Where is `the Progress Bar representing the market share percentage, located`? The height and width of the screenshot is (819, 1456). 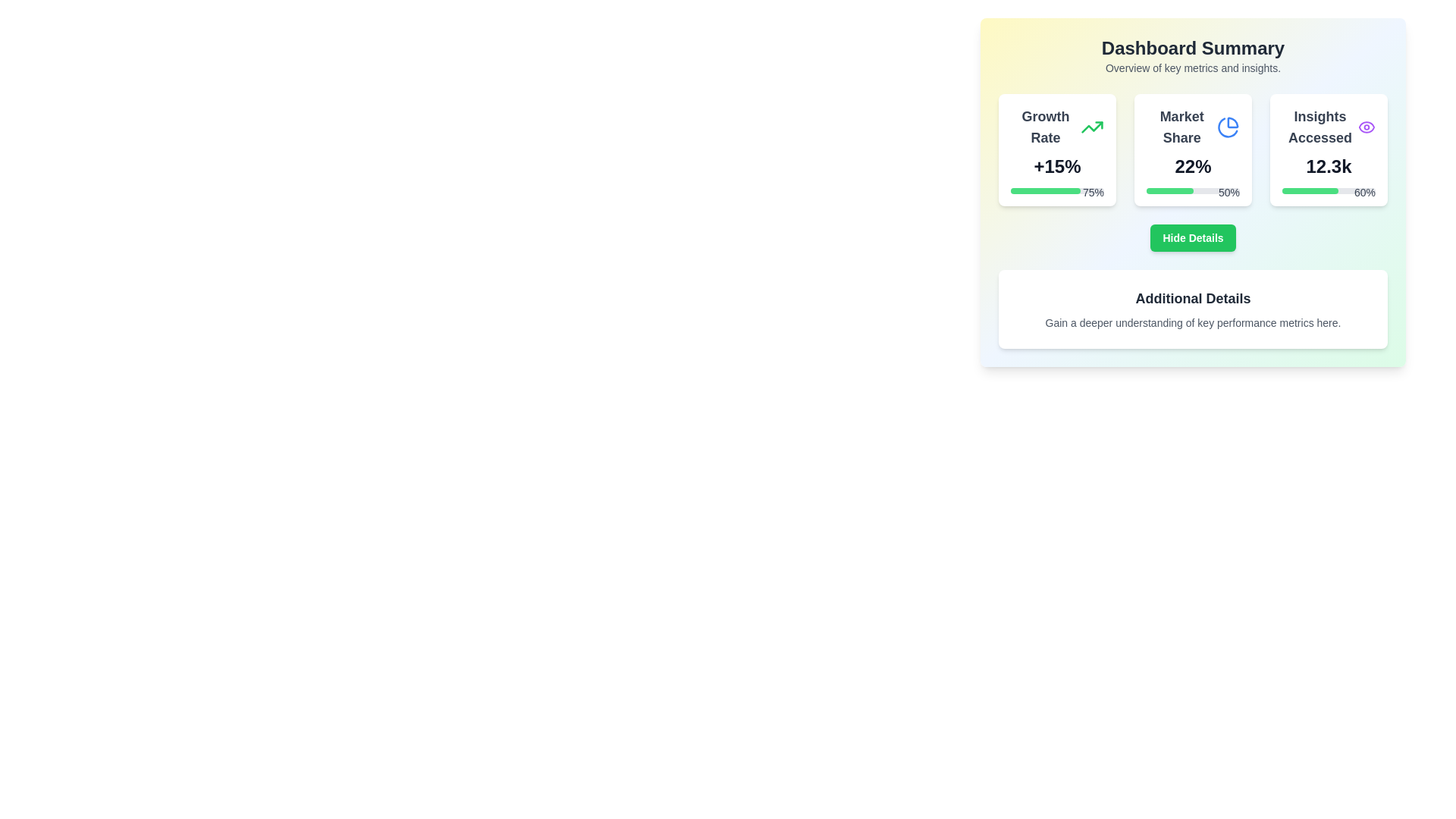
the Progress Bar representing the market share percentage, located is located at coordinates (1192, 190).